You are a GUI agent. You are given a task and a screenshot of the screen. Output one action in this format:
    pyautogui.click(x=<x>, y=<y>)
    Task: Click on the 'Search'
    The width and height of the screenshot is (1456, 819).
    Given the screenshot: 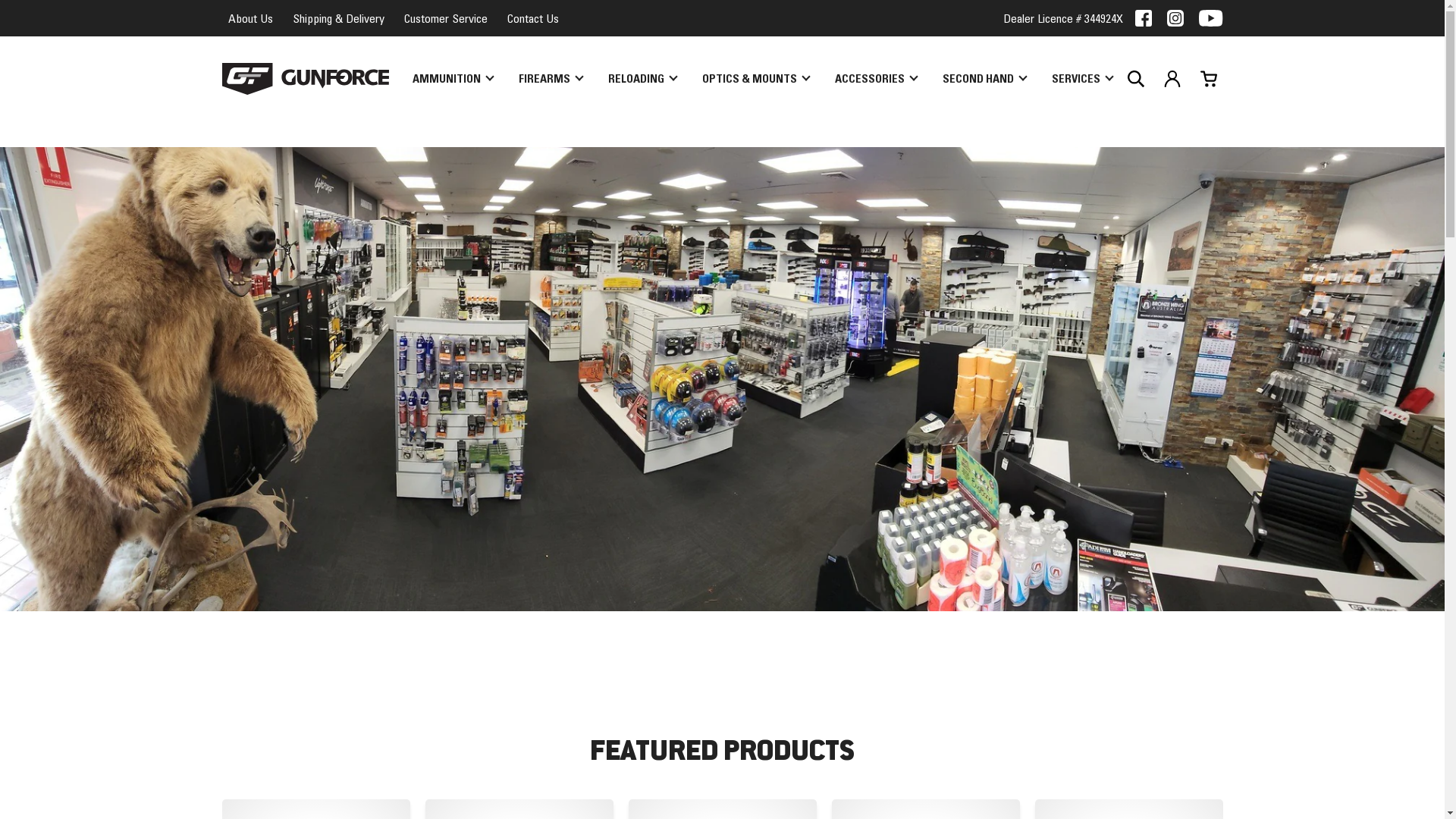 What is the action you would take?
    pyautogui.click(x=1135, y=79)
    